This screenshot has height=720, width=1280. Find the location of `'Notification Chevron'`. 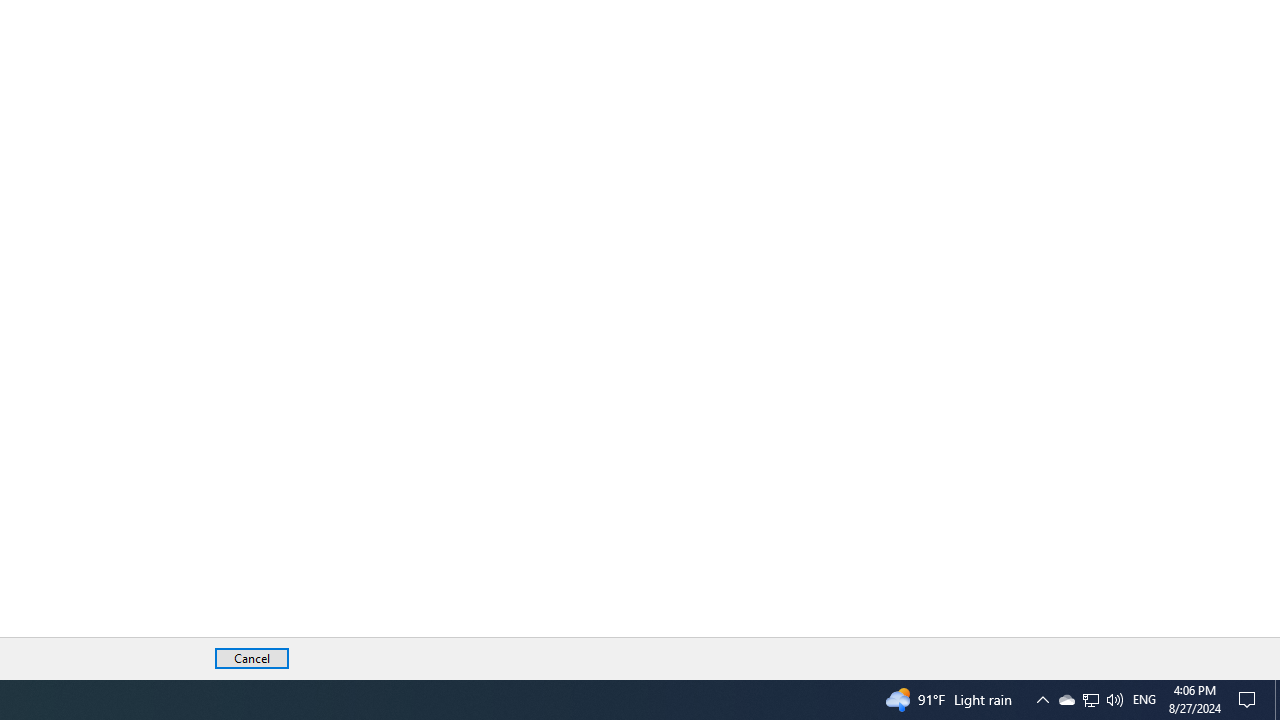

'Notification Chevron' is located at coordinates (1090, 698).